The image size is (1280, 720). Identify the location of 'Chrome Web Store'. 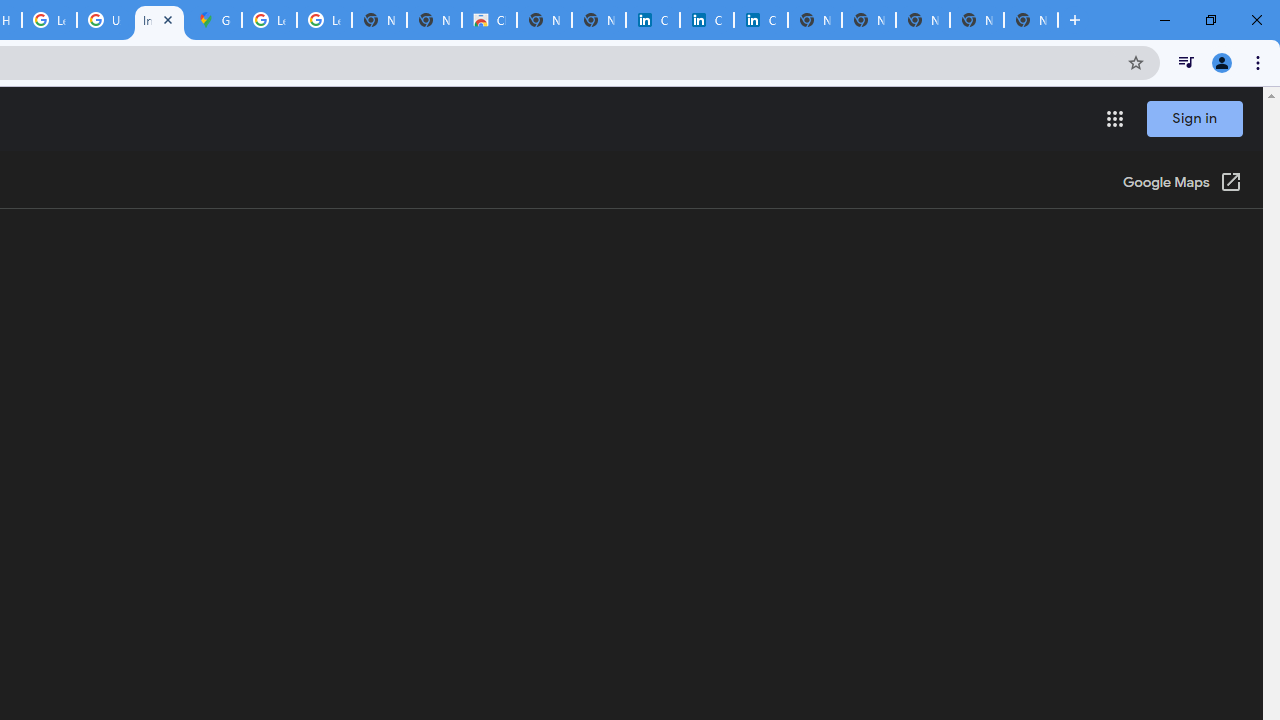
(489, 20).